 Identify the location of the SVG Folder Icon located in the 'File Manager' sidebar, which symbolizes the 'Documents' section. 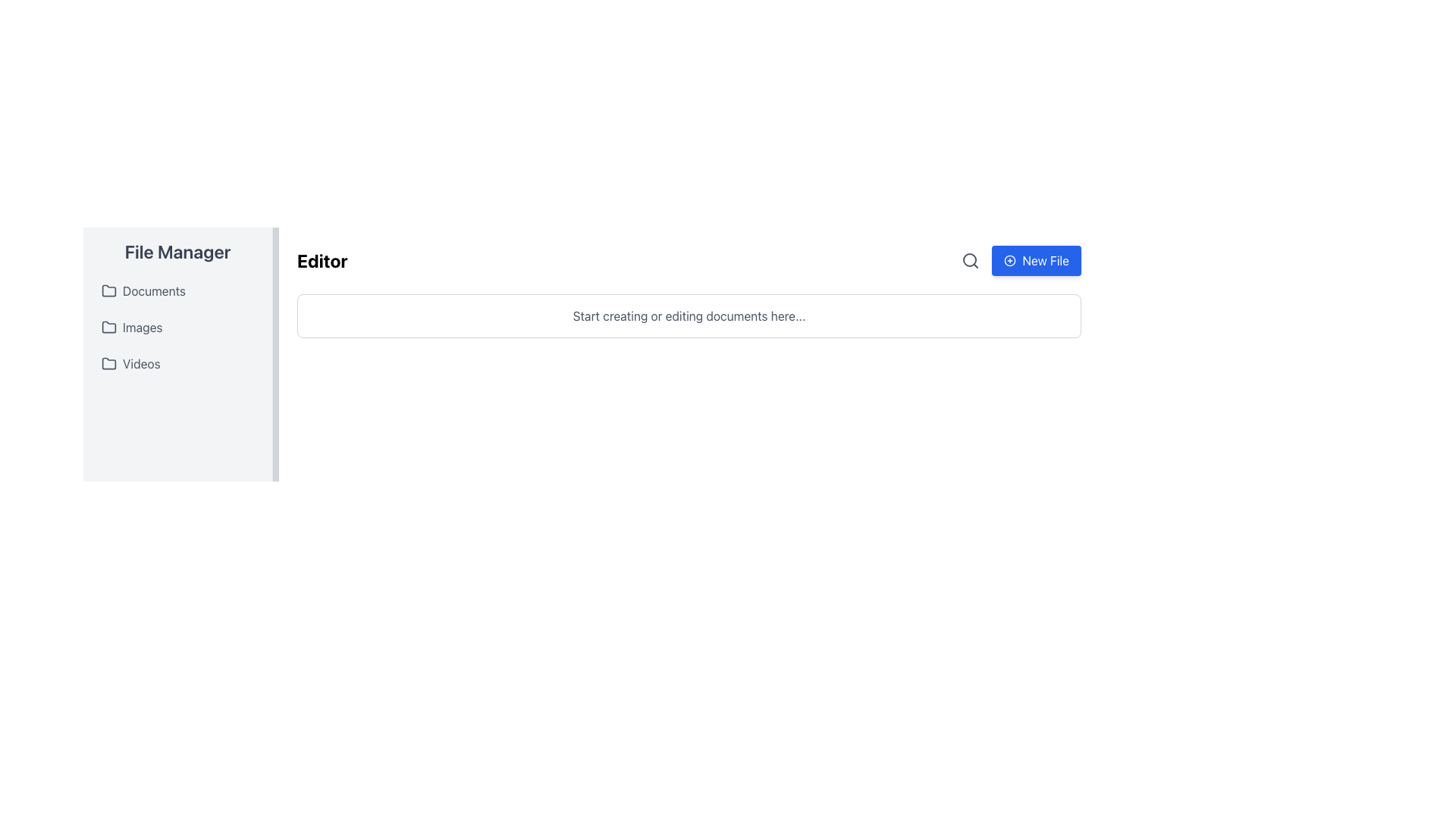
(108, 291).